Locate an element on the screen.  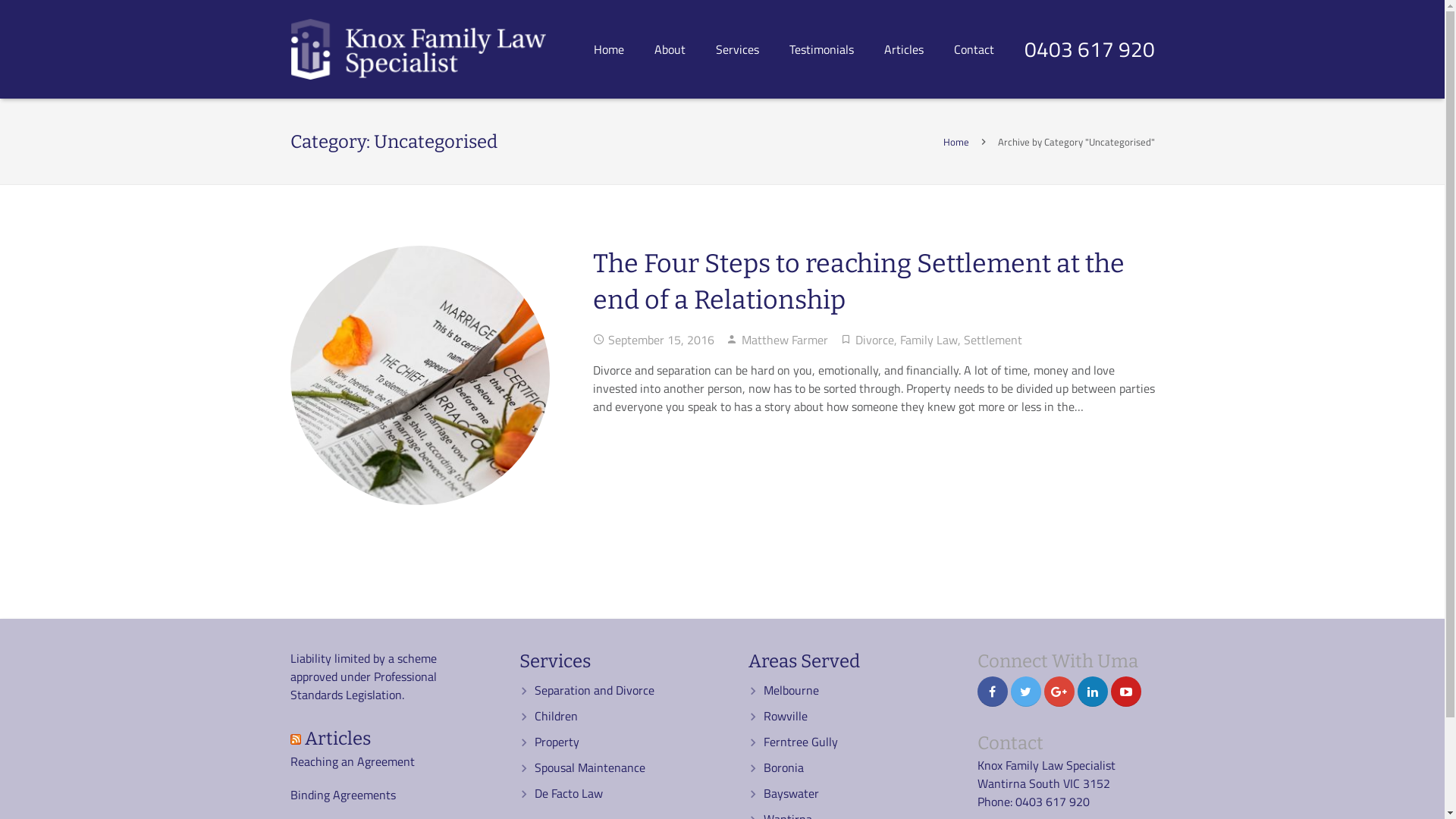
'Bayswater' is located at coordinates (764, 792).